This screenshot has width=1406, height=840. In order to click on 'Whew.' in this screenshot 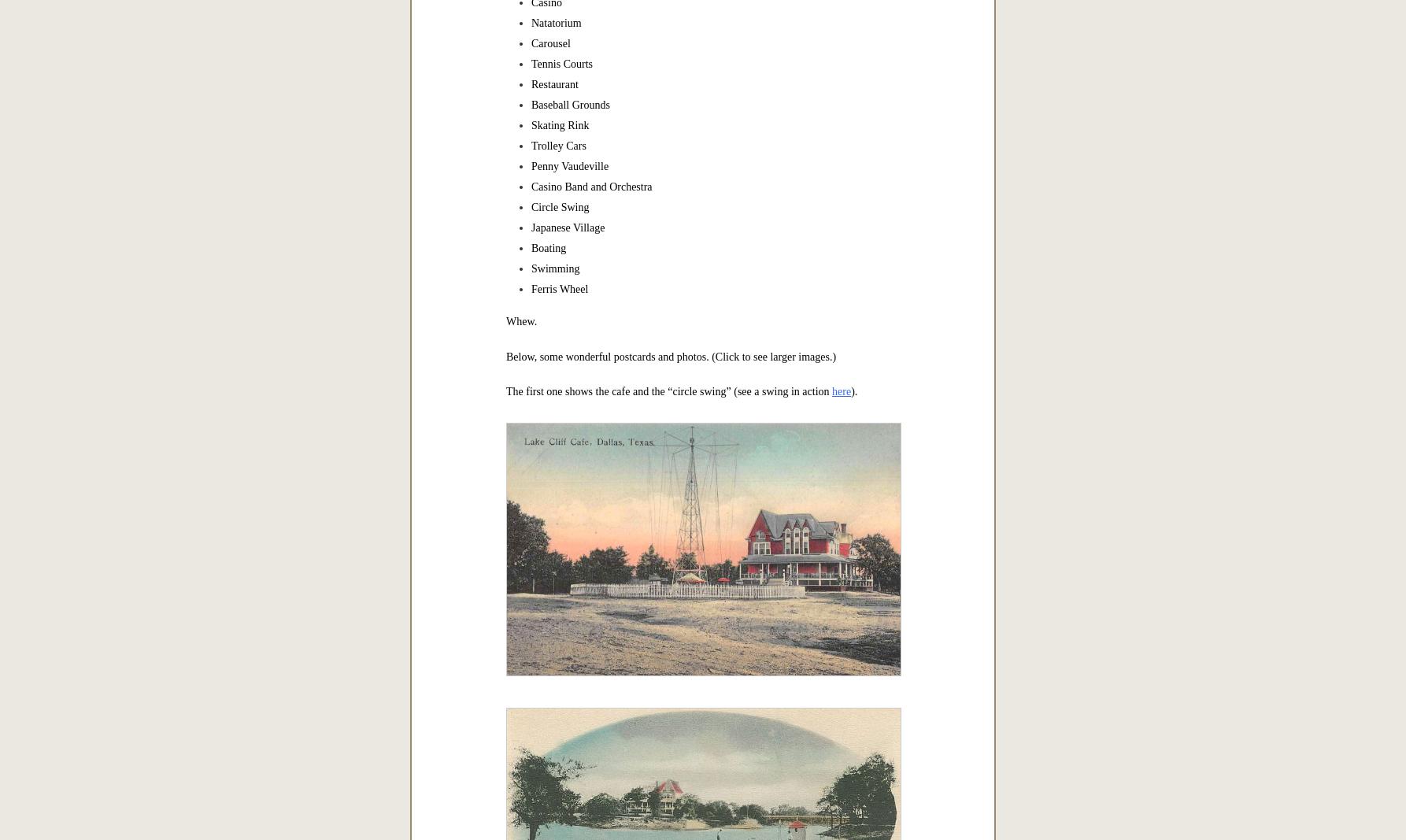, I will do `click(521, 320)`.